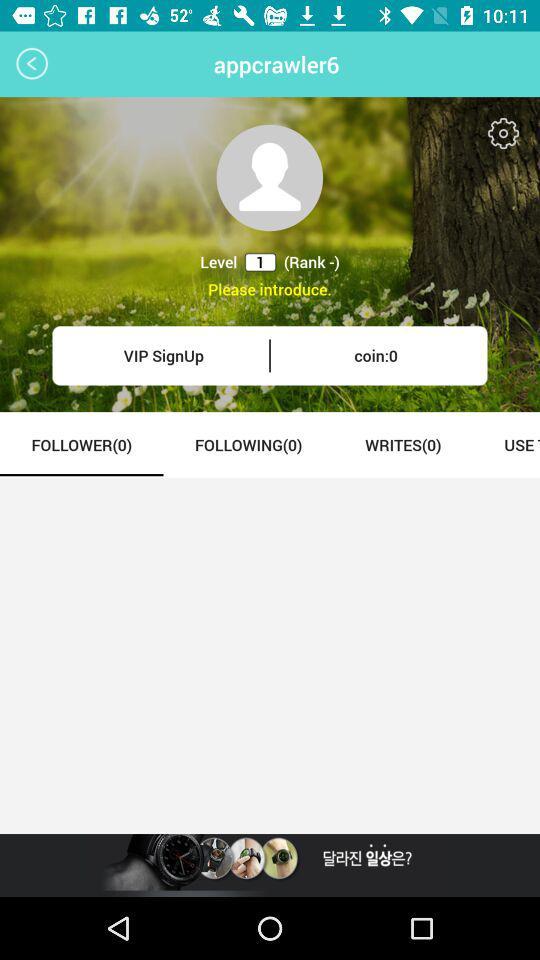 The width and height of the screenshot is (540, 960). I want to click on coin:0, so click(376, 355).